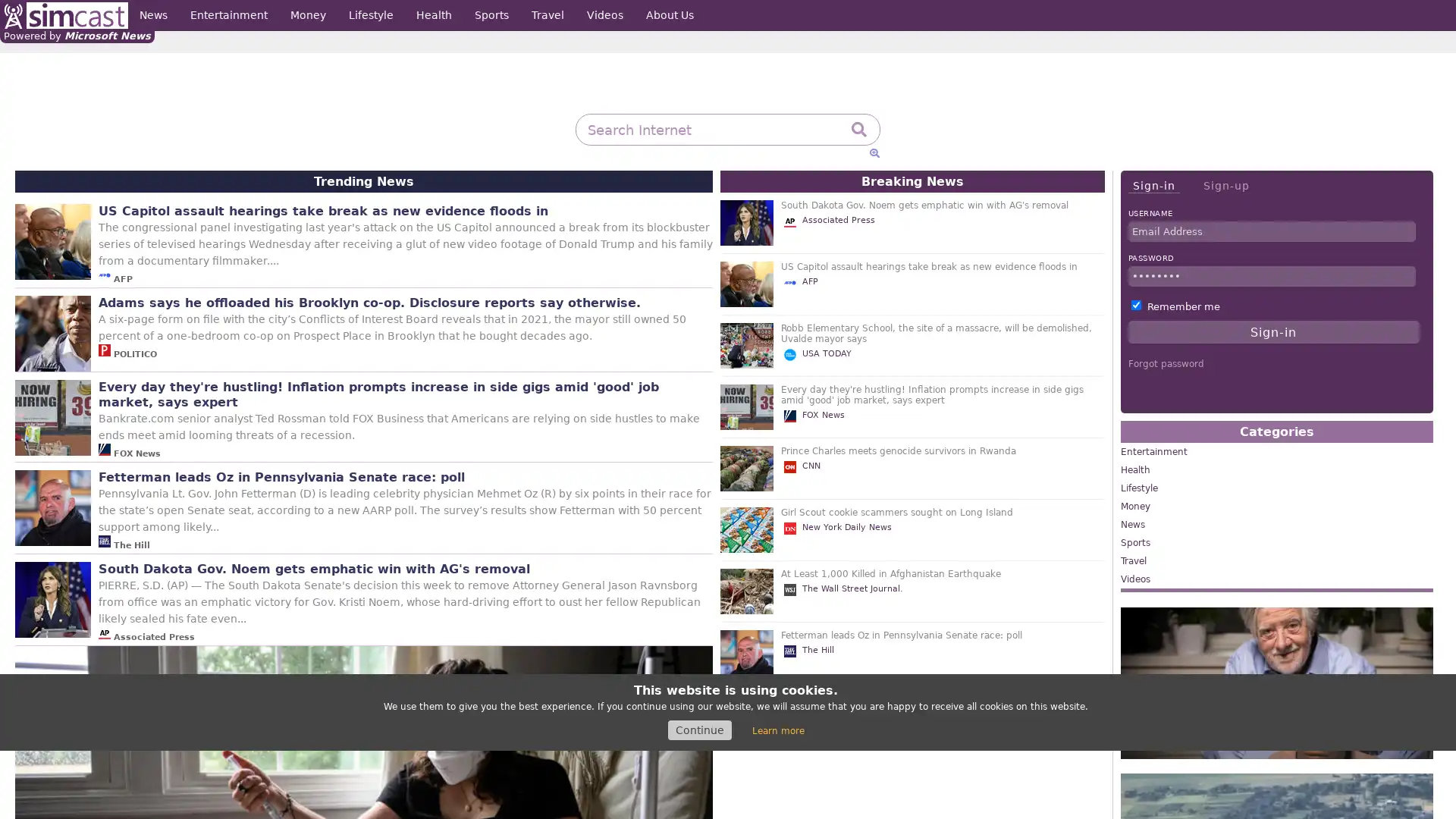 This screenshot has height=819, width=1456. I want to click on Sign-up, so click(1225, 185).